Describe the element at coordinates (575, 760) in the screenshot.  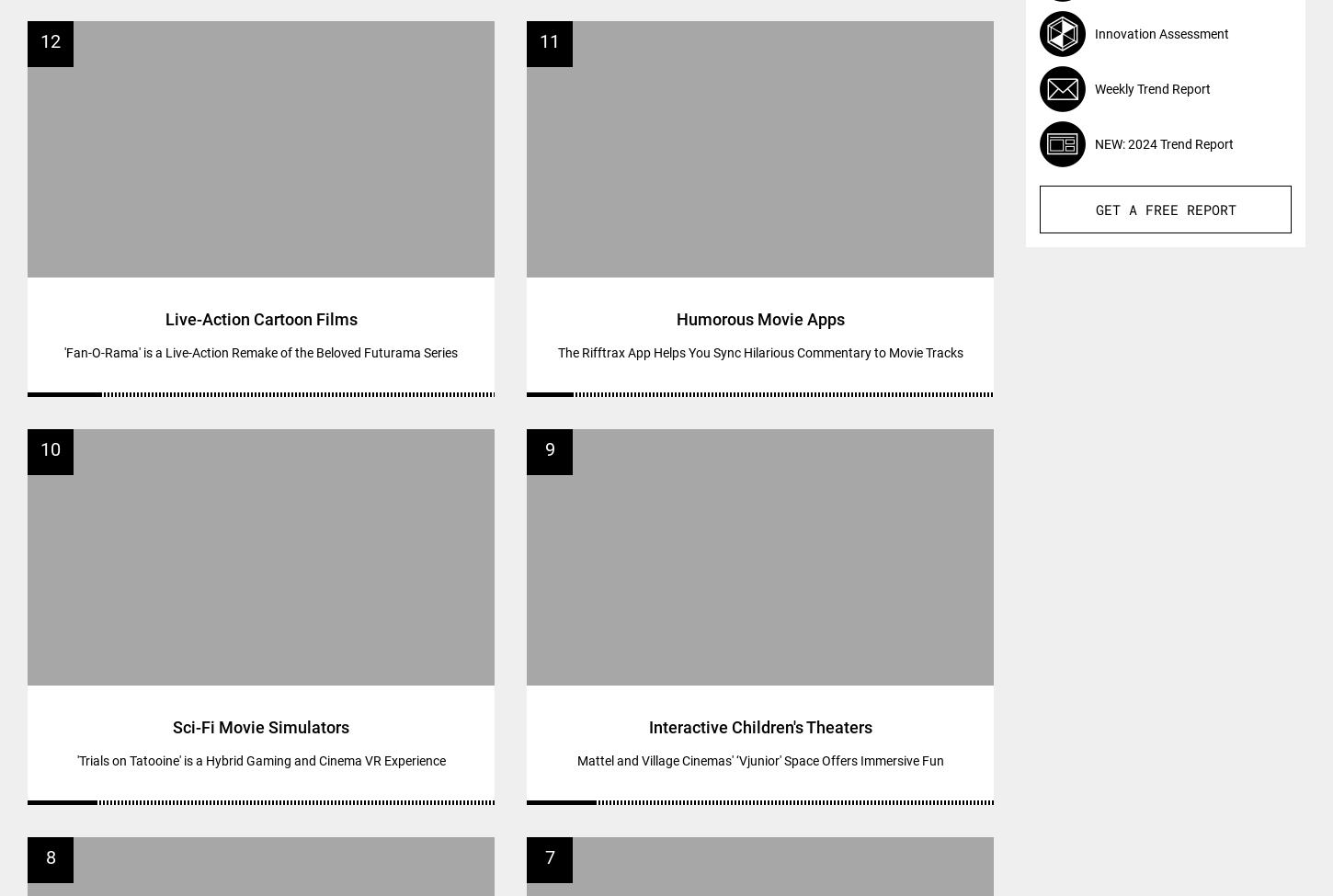
I see `'Mattel and Village Cinemas' ‘Vjunior' Space Offers Immersive Fun'` at that location.